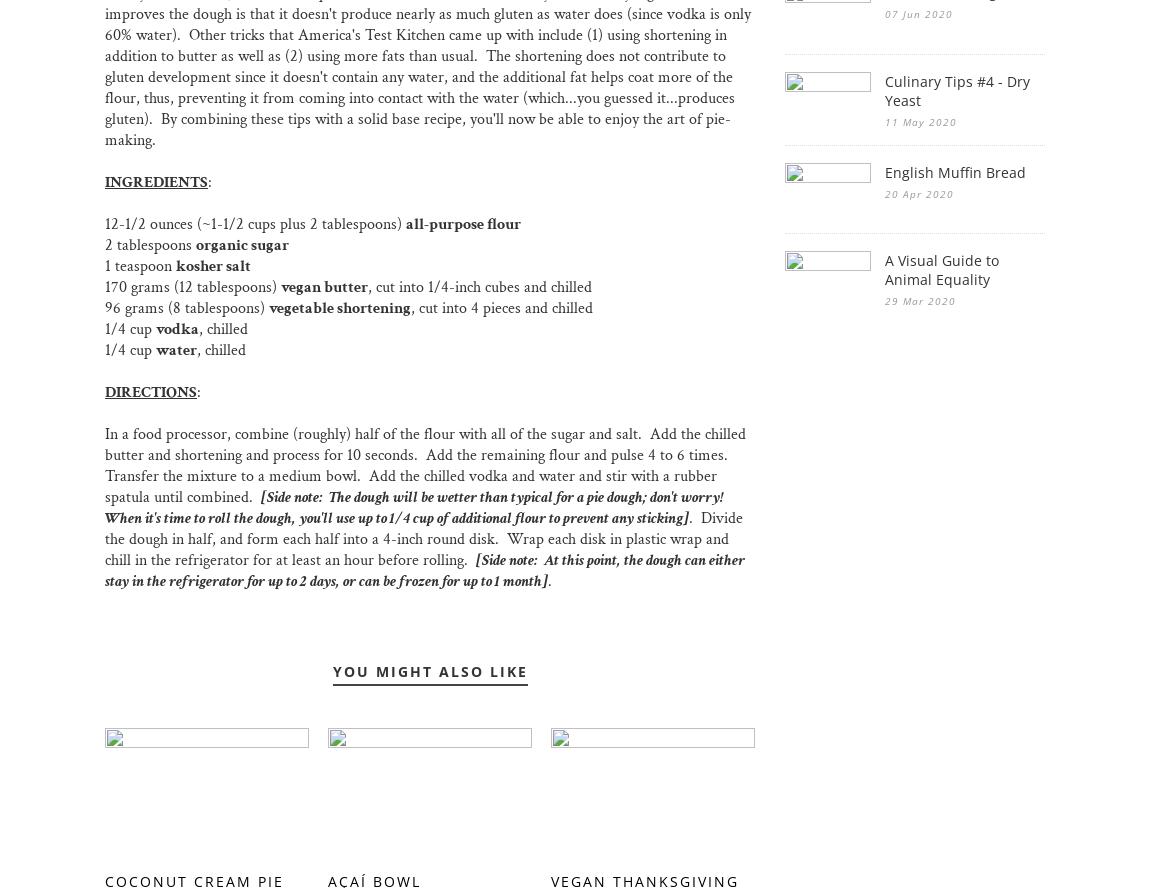 The height and width of the screenshot is (888, 1150). Describe the element at coordinates (103, 570) in the screenshot. I see `'[Side note:  At this point, the dough can either stay in the refrigerator for up to 2 days, or can be frozen for up to 1 month]'` at that location.